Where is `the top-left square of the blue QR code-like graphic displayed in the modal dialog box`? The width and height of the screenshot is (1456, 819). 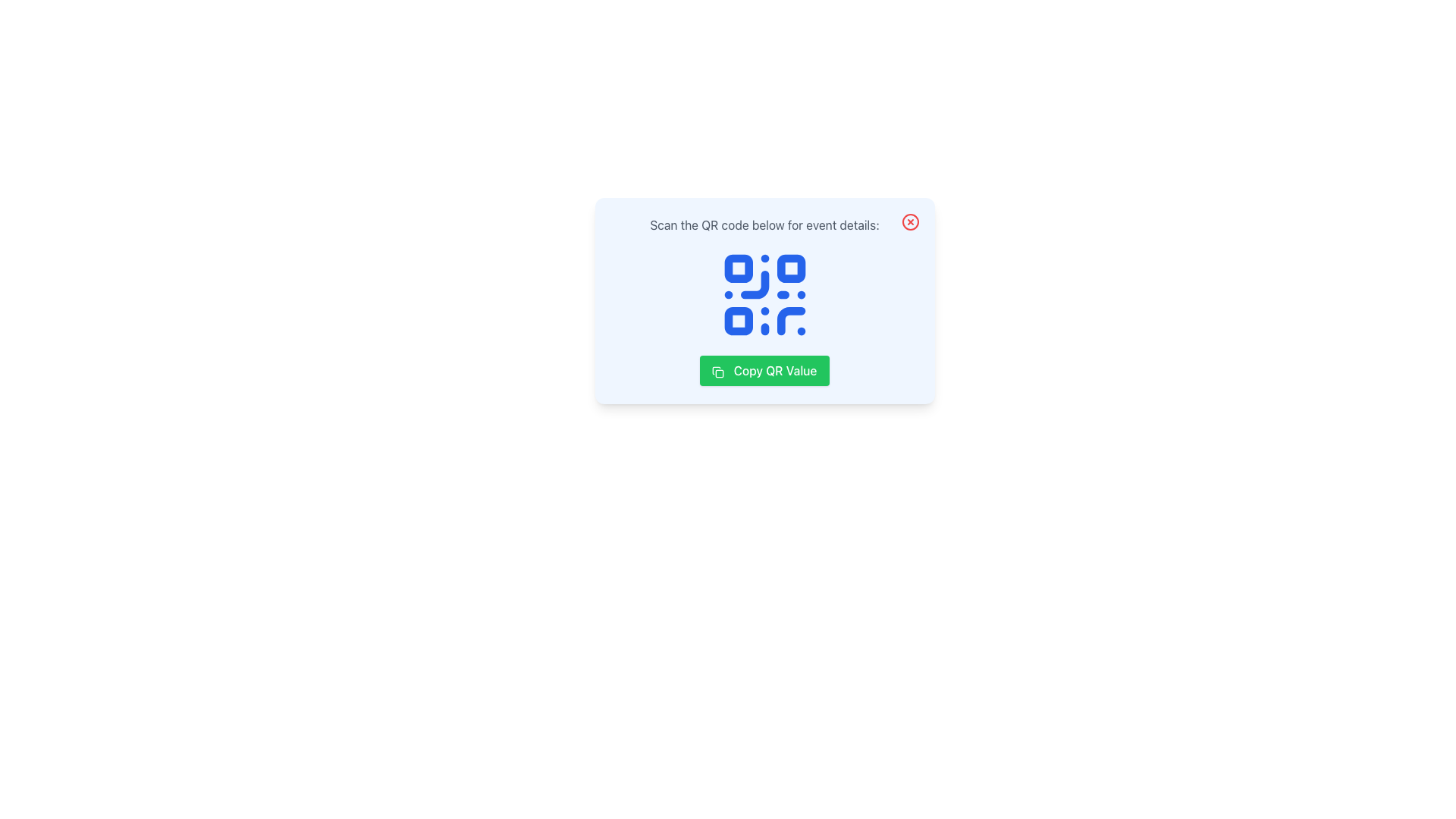
the top-left square of the blue QR code-like graphic displayed in the modal dialog box is located at coordinates (738, 268).